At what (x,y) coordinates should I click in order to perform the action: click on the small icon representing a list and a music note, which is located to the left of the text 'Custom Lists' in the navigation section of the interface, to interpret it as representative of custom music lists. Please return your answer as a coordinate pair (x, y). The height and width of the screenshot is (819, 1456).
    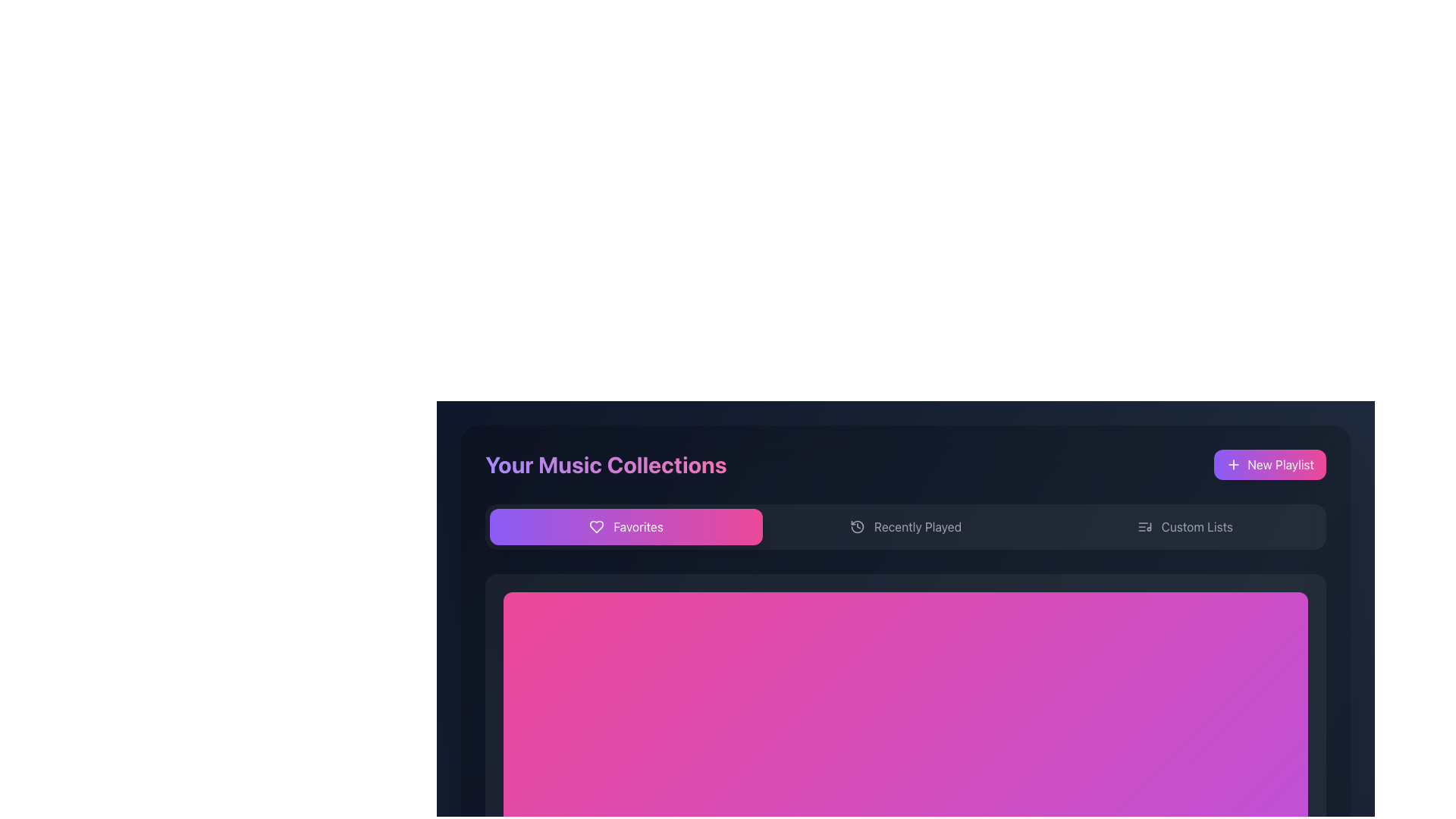
    Looking at the image, I should click on (1144, 526).